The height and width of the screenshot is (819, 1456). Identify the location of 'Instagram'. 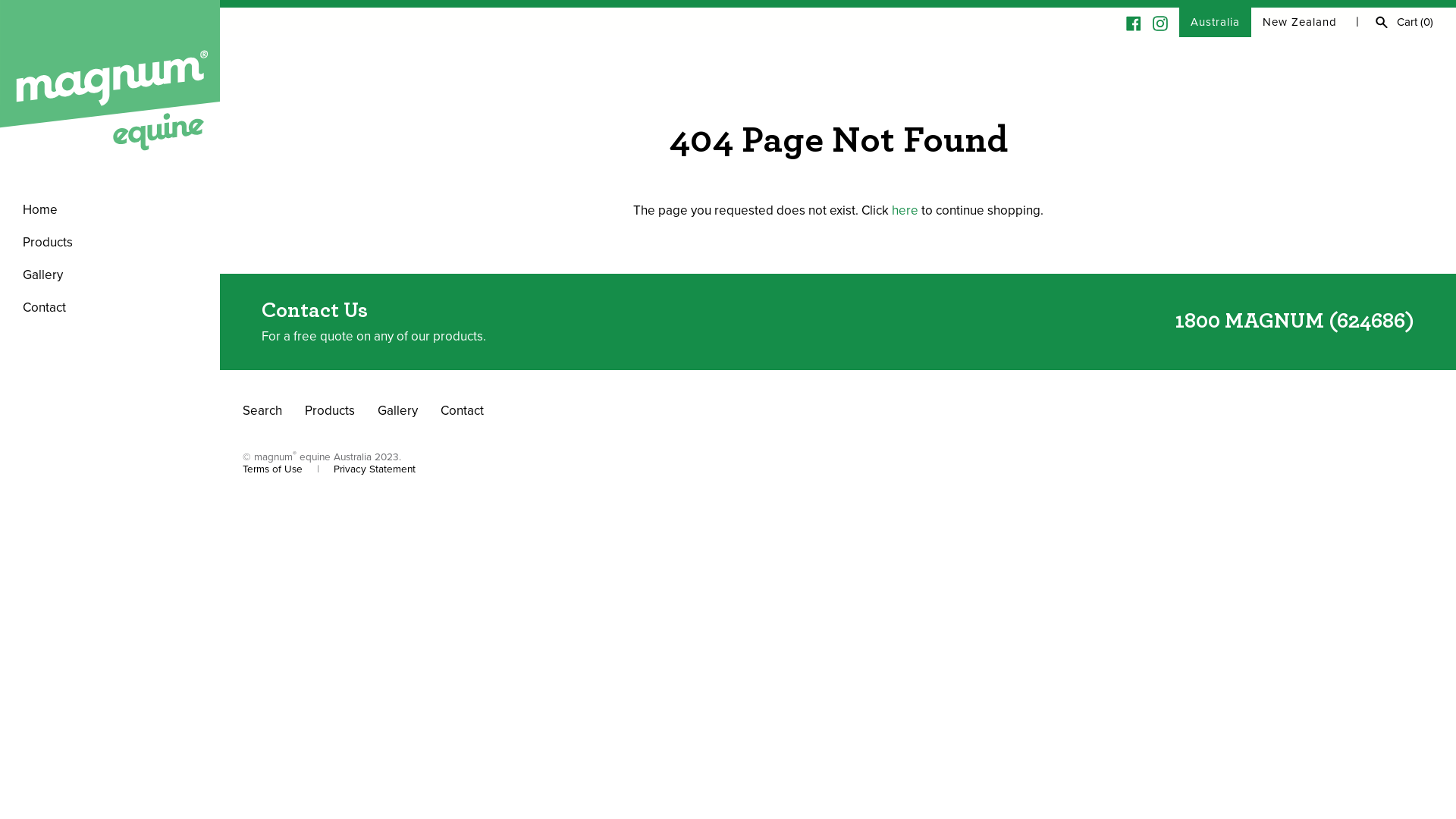
(1159, 22).